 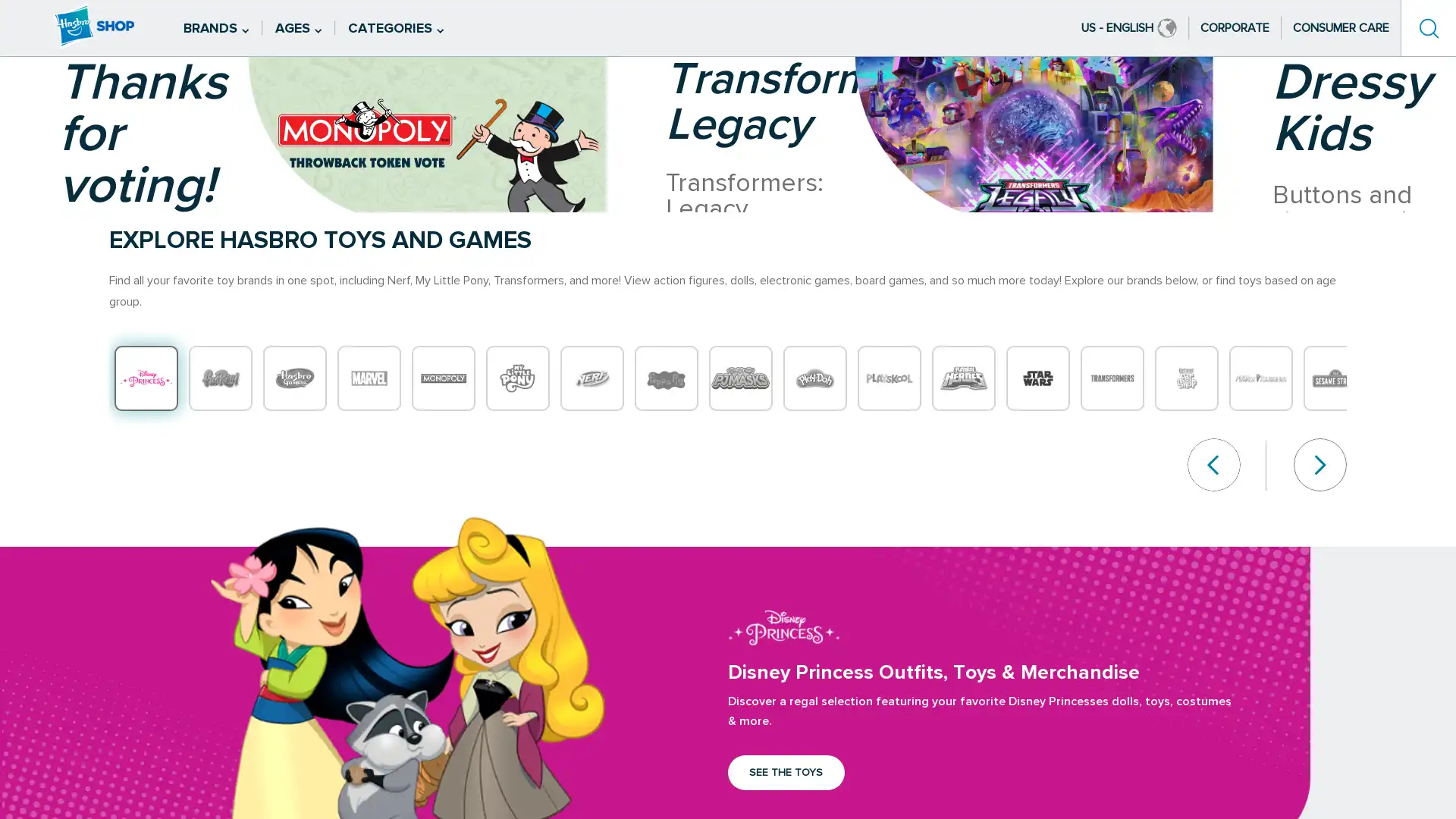 What do you see at coordinates (55, 303) in the screenshot?
I see `4` at bounding box center [55, 303].